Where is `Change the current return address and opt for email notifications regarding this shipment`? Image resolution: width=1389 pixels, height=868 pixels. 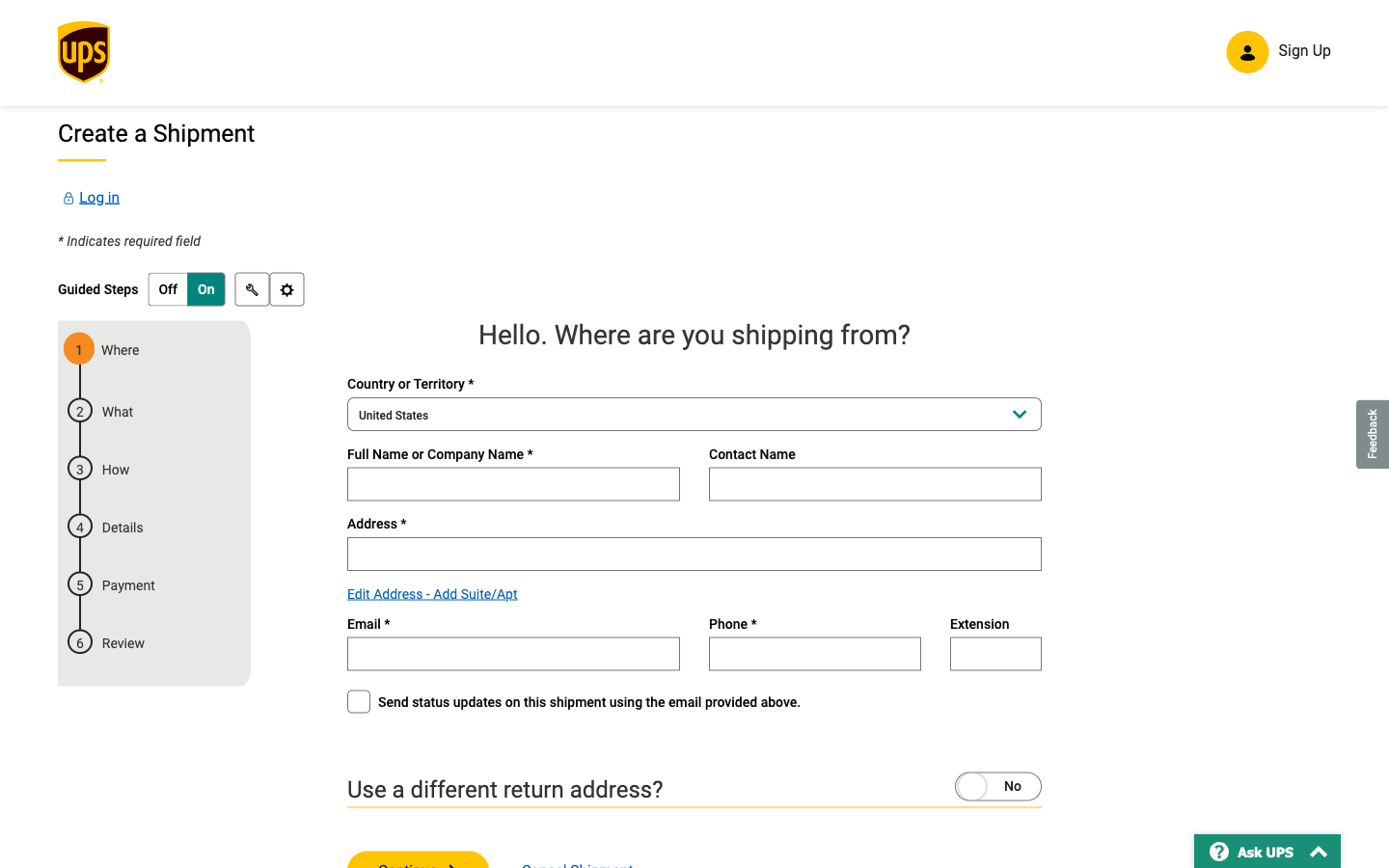 Change the current return address and opt for email notifications regarding this shipment is located at coordinates (960, 784).